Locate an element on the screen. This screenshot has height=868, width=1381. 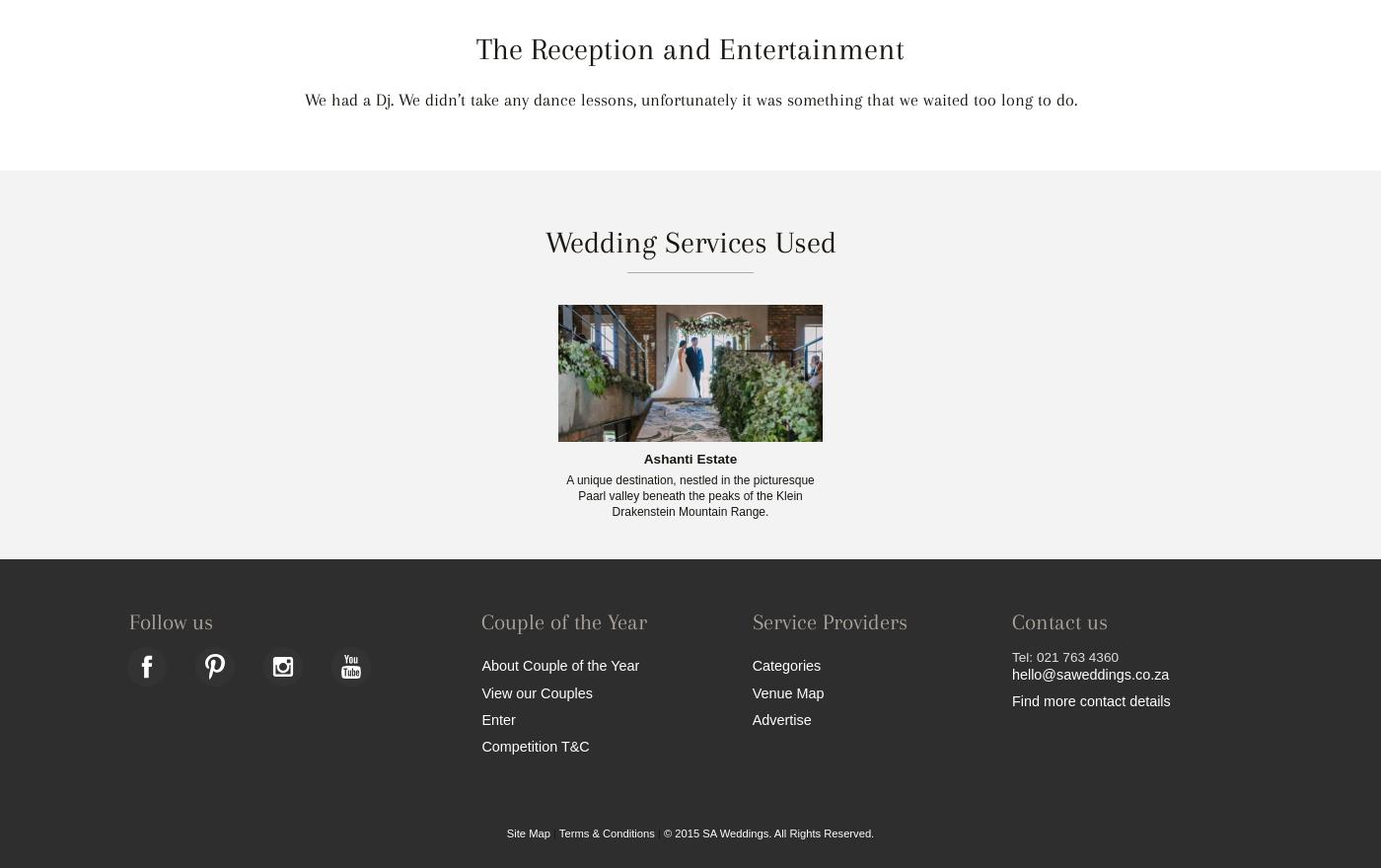
'Ashanti Estate' is located at coordinates (690, 457).